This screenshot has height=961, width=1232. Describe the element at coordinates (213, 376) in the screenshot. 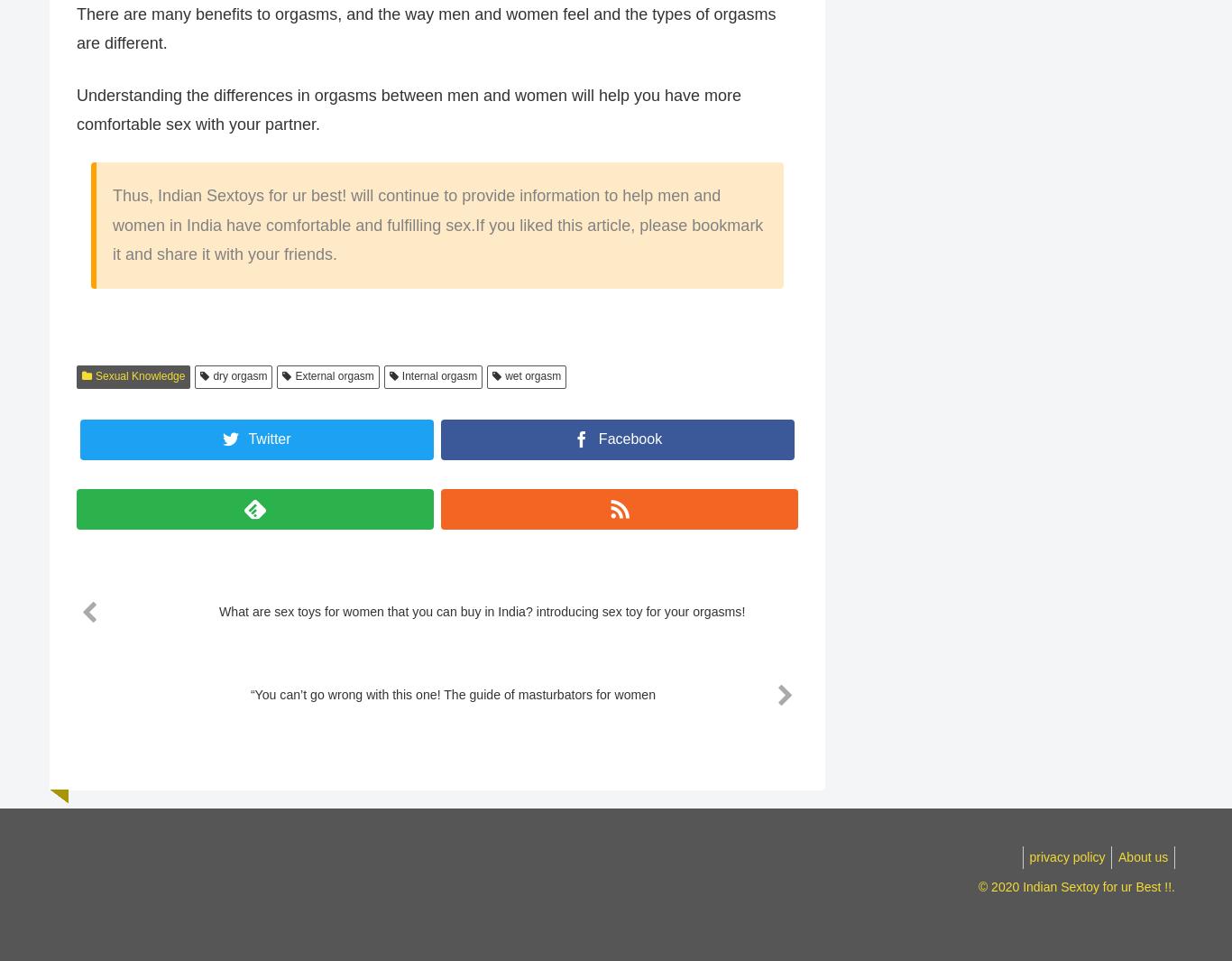

I see `'dry orgasm'` at that location.